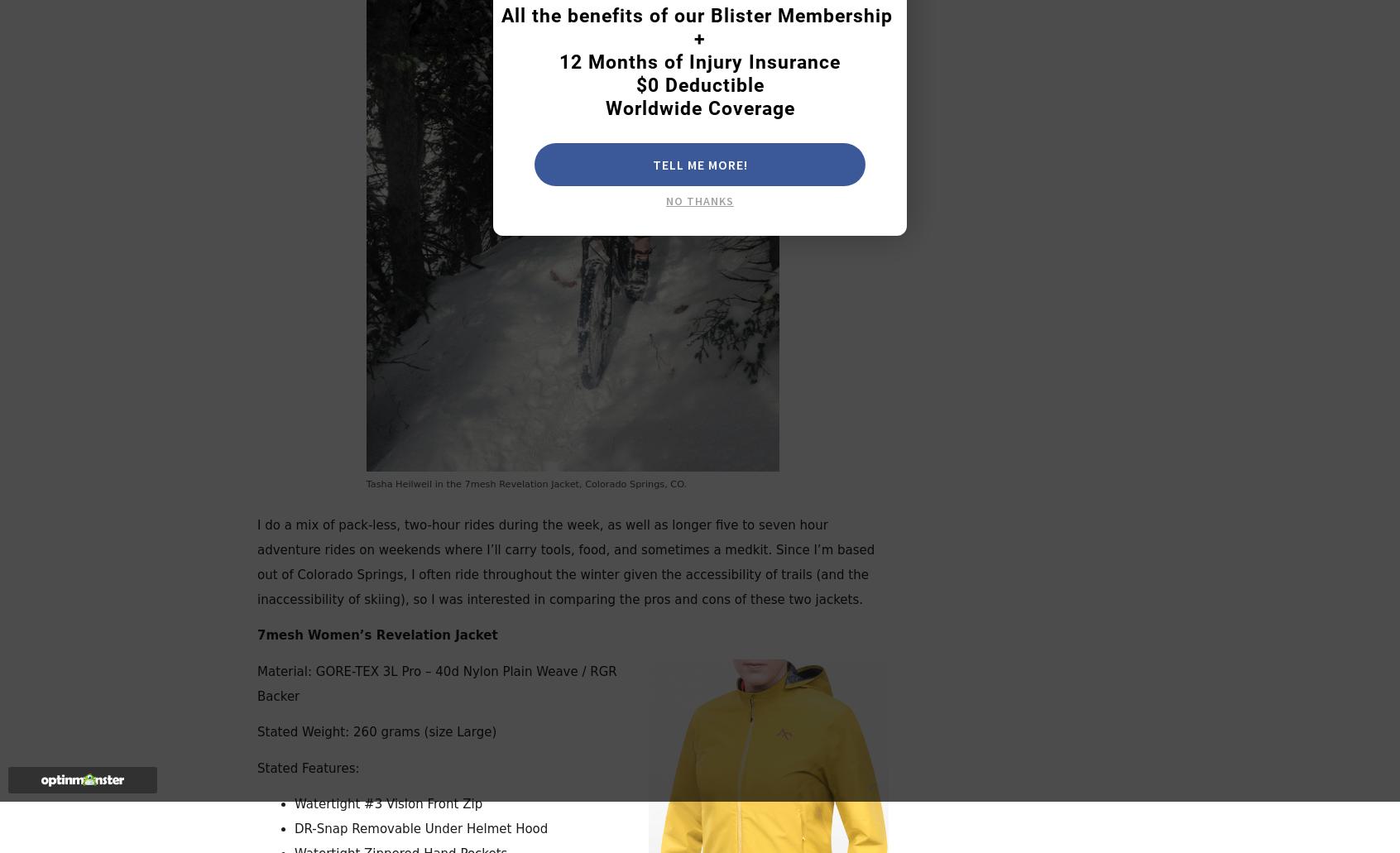 The width and height of the screenshot is (1400, 853). What do you see at coordinates (699, 108) in the screenshot?
I see `'Worldwide Coverage'` at bounding box center [699, 108].